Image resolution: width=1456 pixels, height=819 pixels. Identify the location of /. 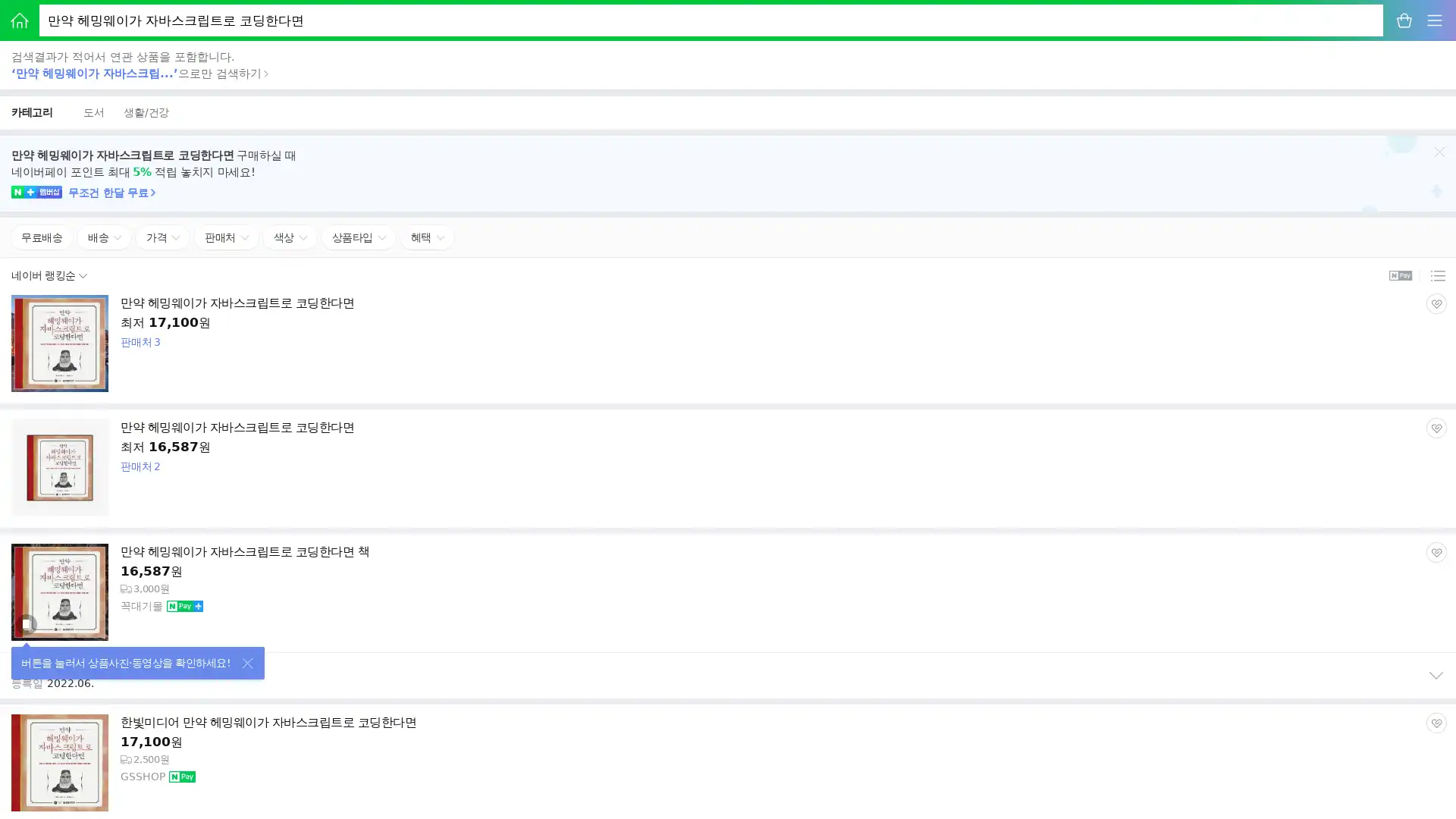
(146, 111).